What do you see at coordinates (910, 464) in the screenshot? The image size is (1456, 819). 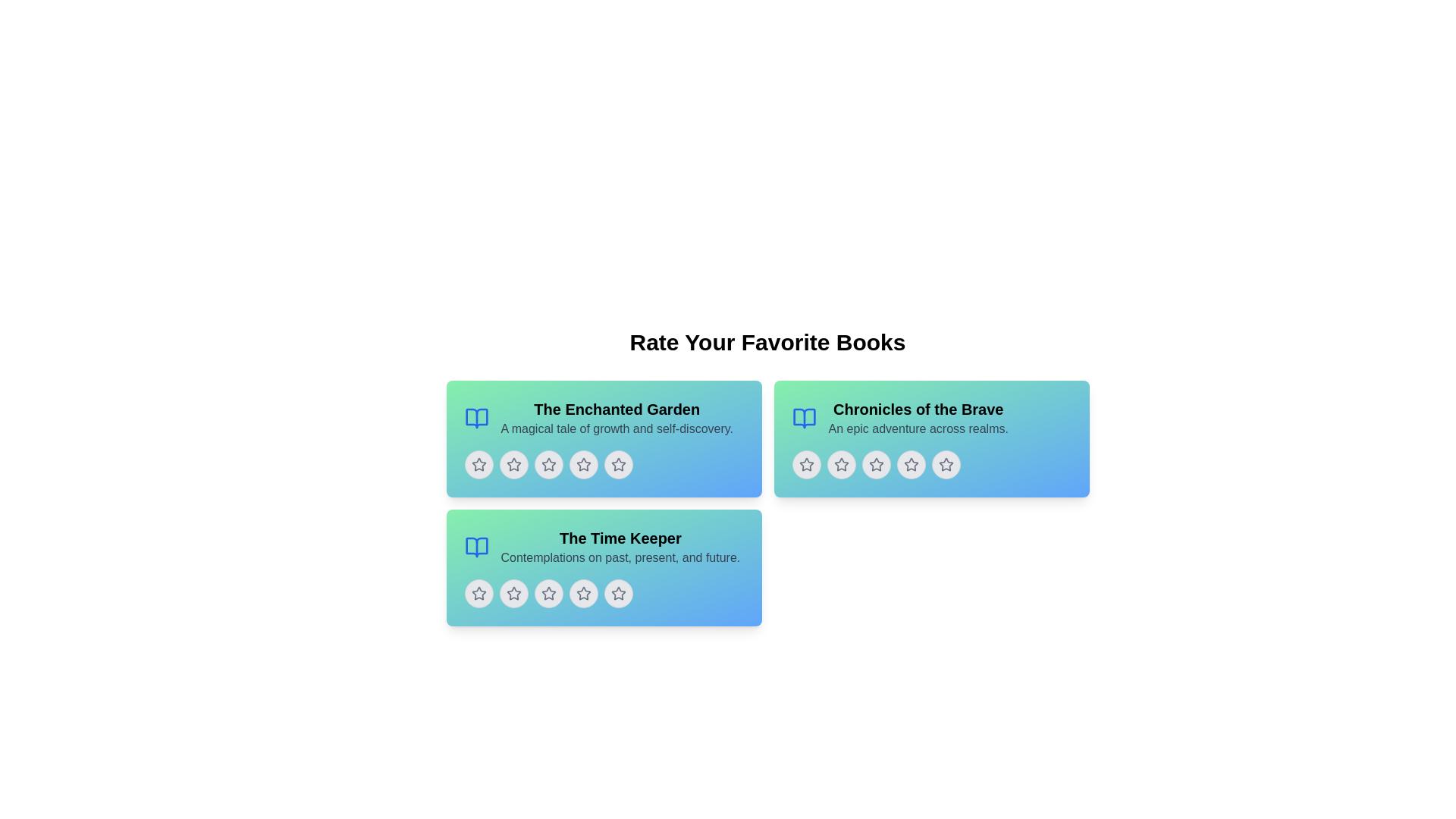 I see `the third star icon in the rating row of the 'Chronicles of the Brave' card interface to rate it` at bounding box center [910, 464].